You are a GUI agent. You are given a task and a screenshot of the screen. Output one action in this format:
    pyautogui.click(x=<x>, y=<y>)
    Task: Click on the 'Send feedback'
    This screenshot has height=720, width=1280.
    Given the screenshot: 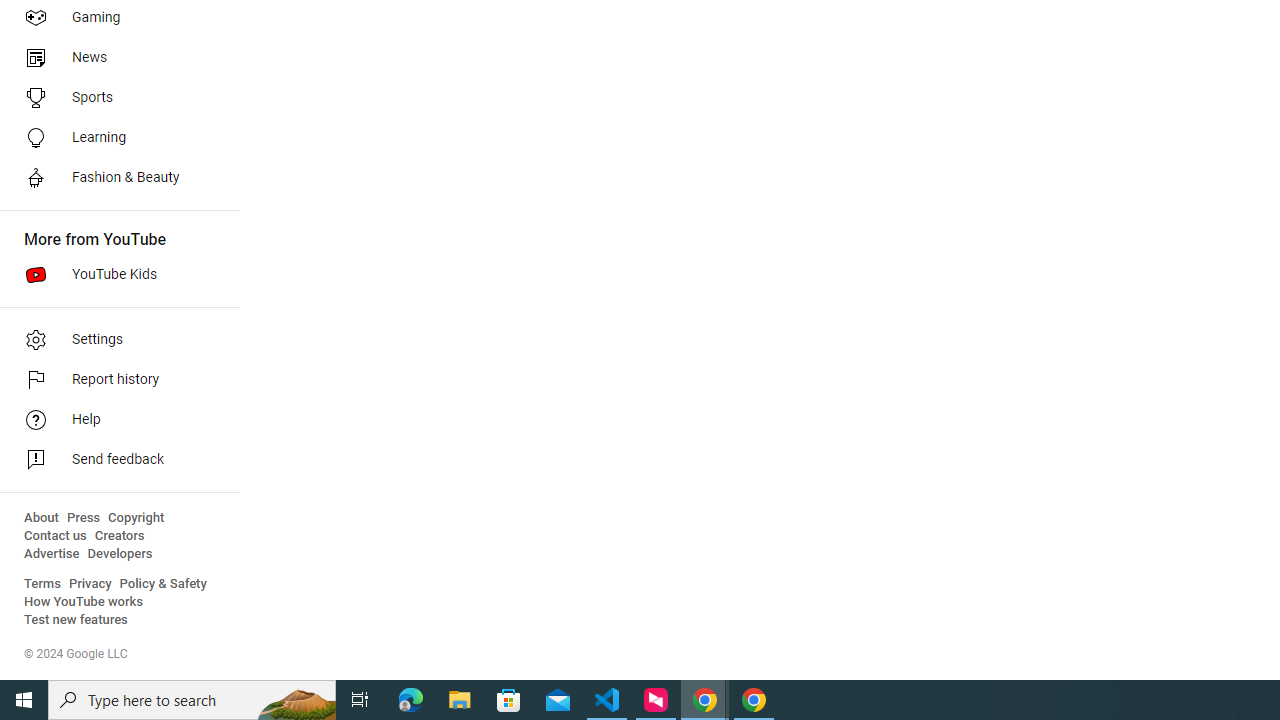 What is the action you would take?
    pyautogui.click(x=112, y=460)
    